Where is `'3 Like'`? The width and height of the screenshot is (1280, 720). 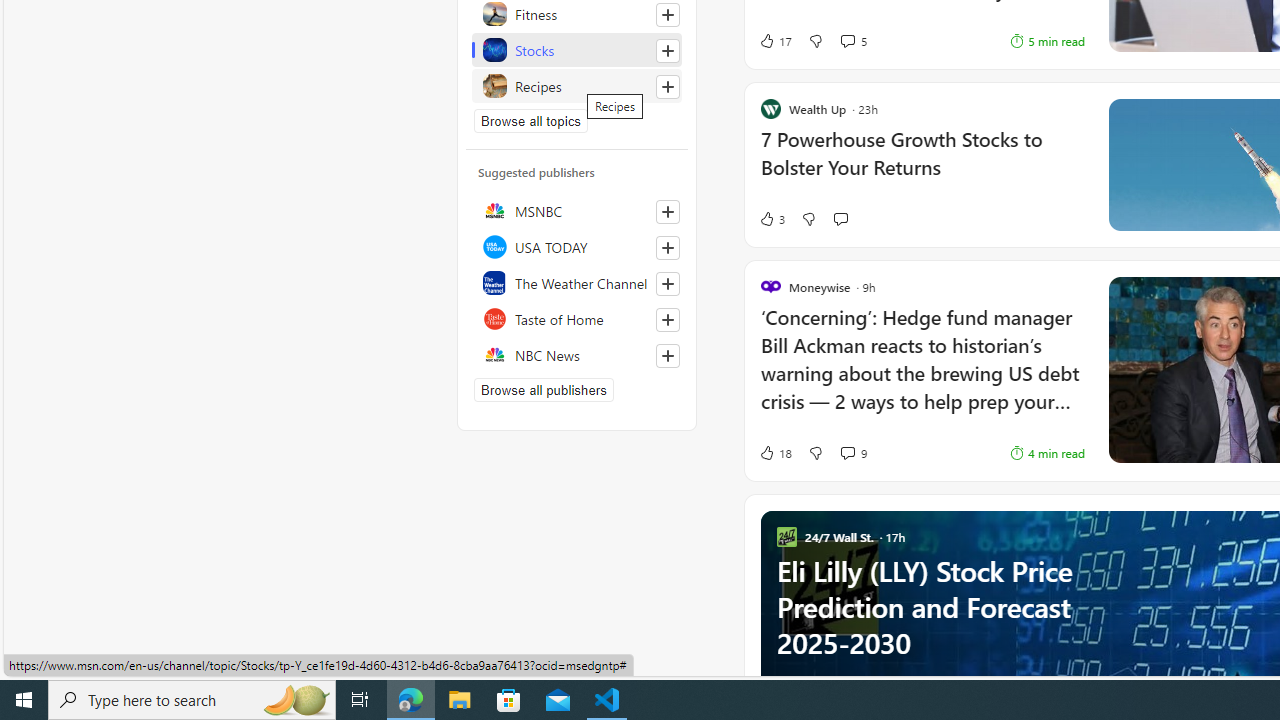 '3 Like' is located at coordinates (770, 219).